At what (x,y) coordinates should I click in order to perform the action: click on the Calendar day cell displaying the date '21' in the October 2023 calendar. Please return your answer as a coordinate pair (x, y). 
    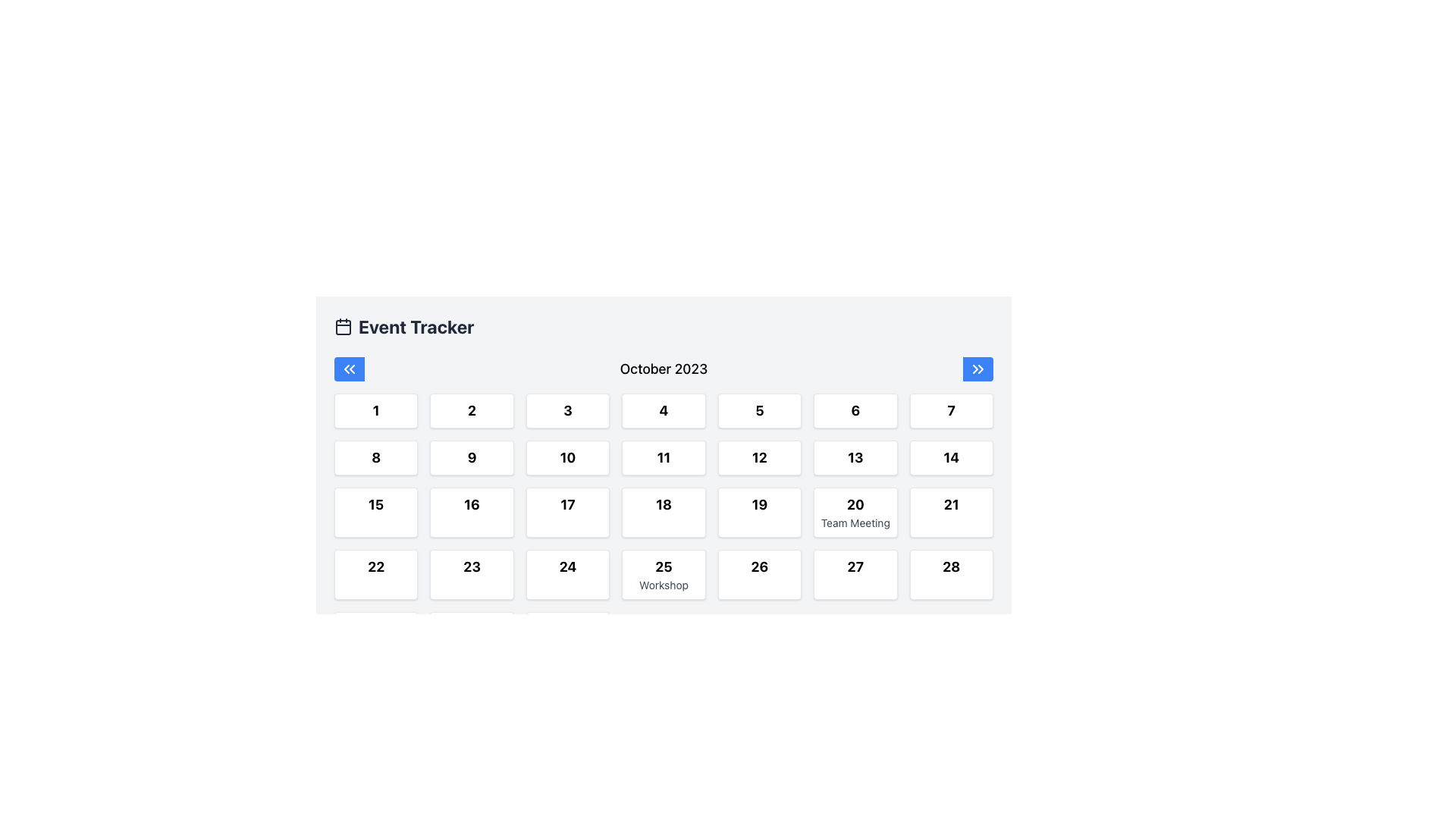
    Looking at the image, I should click on (950, 512).